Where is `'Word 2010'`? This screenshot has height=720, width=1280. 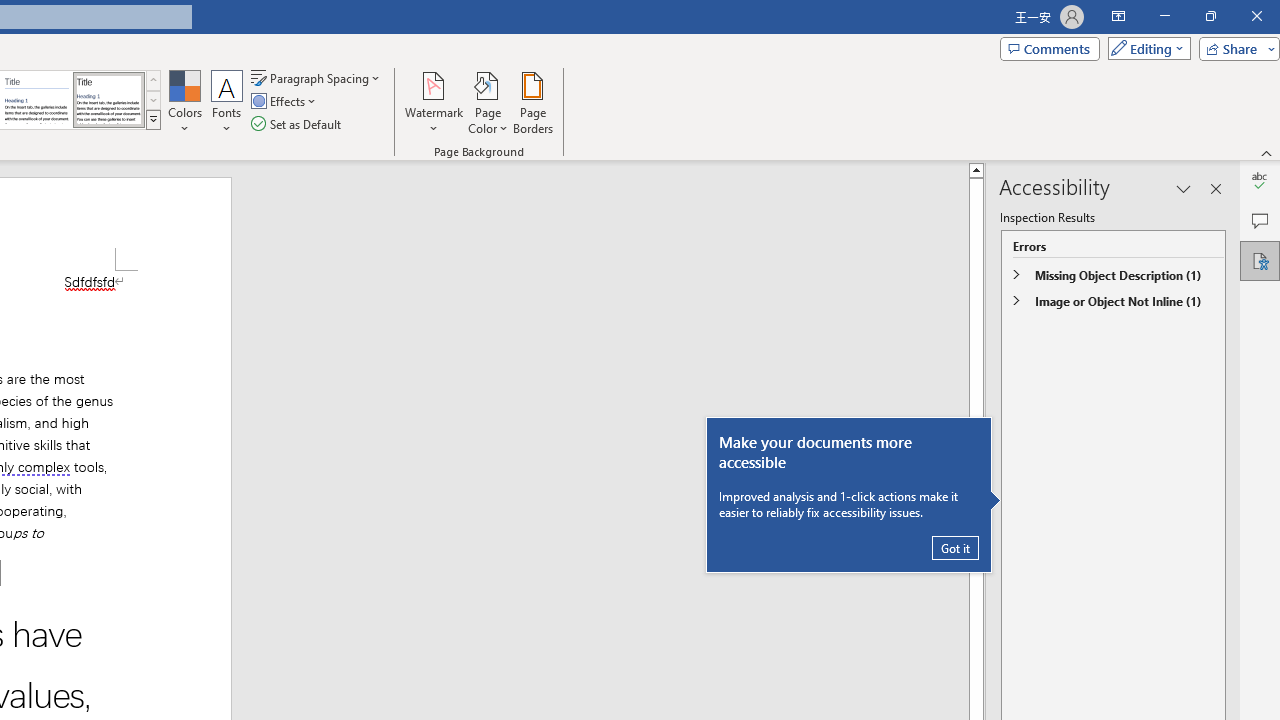
'Word 2010' is located at coordinates (37, 100).